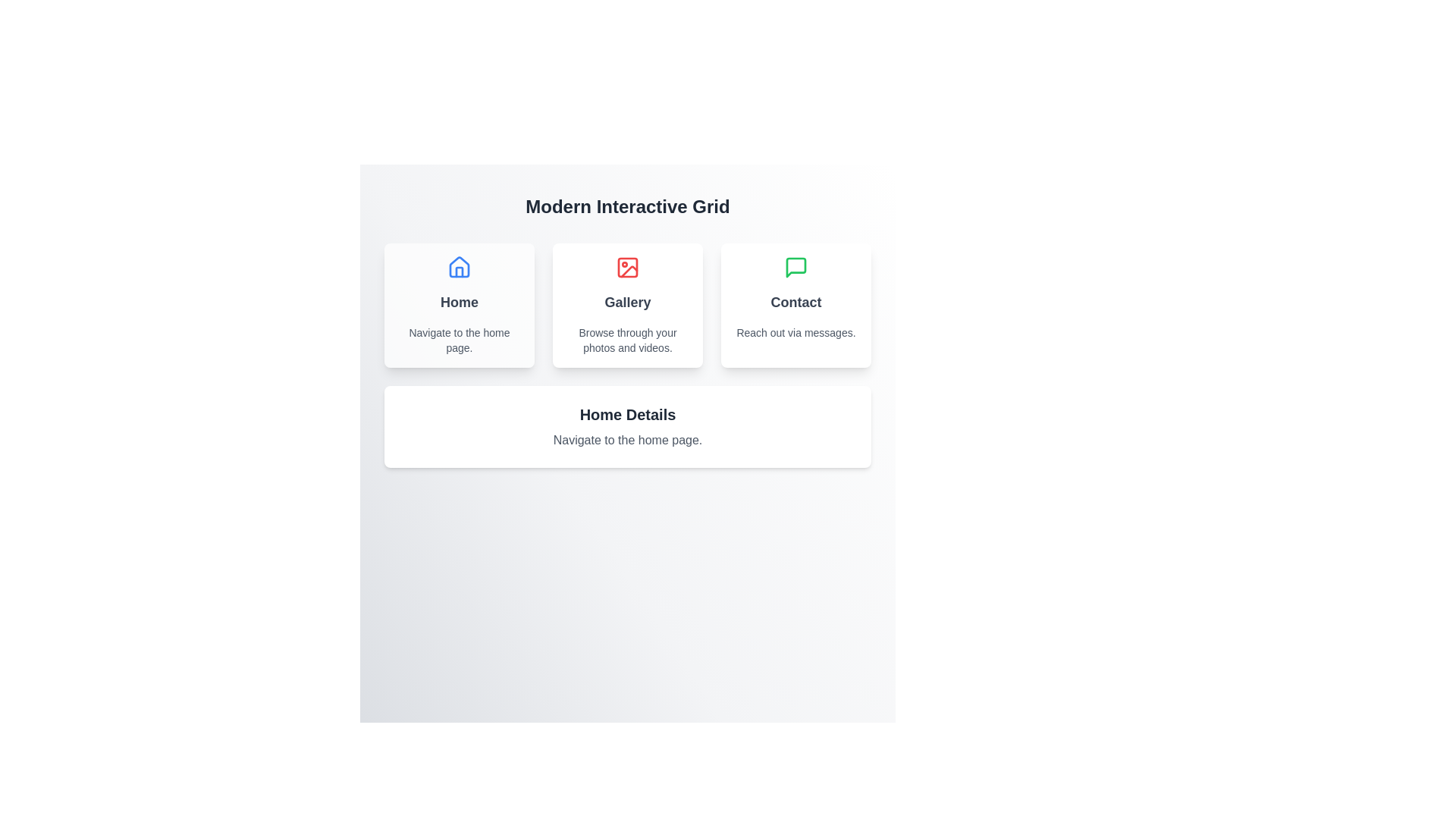 This screenshot has width=1456, height=819. Describe the element at coordinates (627, 302) in the screenshot. I see `text label displaying the word 'Gallery' which is centrally aligned below a red image icon and above a description text in the second column of a three-column grid` at that location.